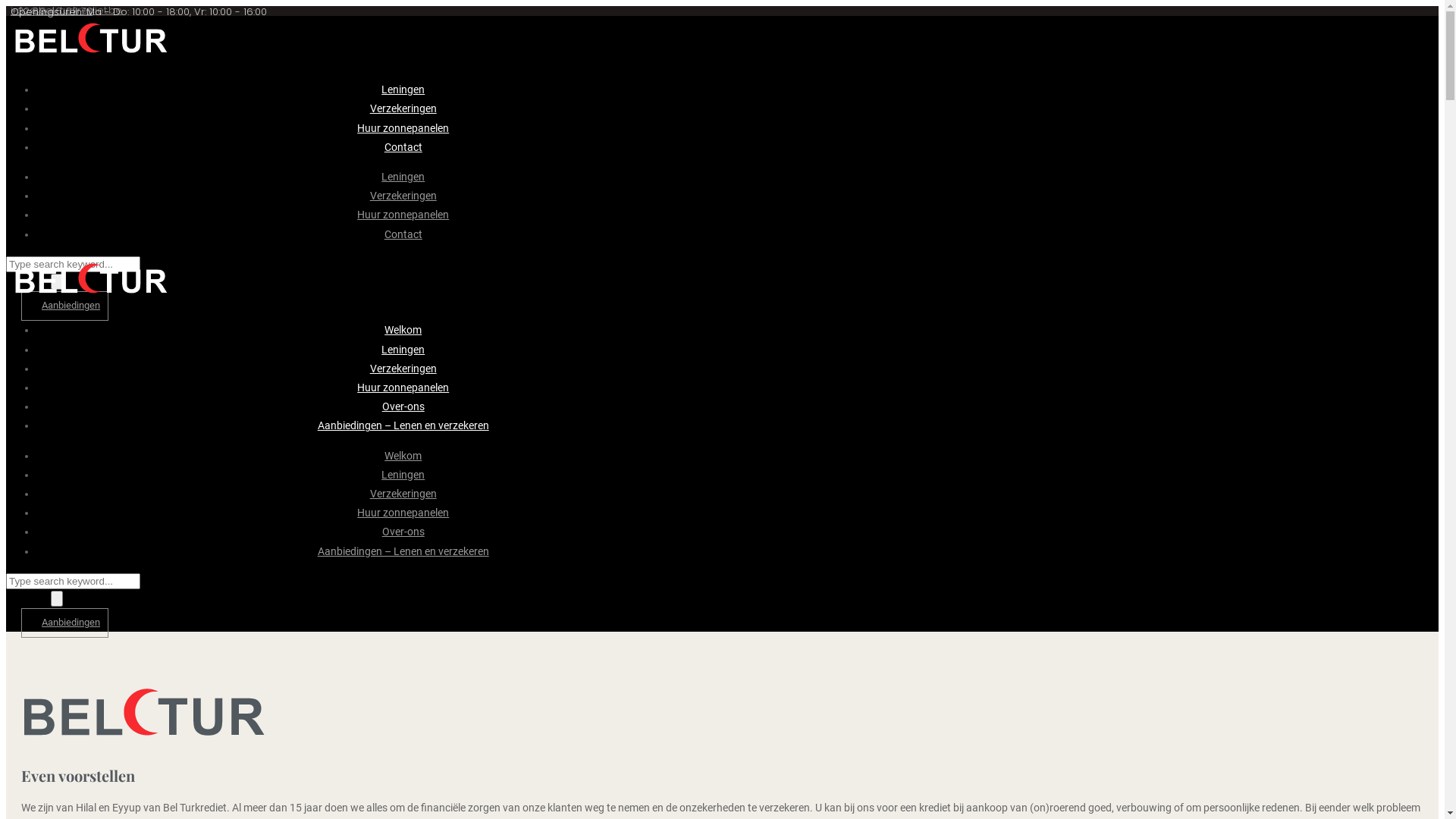 The width and height of the screenshot is (1456, 819). I want to click on 'info@bel-turkrediet.be', so click(65, 10).